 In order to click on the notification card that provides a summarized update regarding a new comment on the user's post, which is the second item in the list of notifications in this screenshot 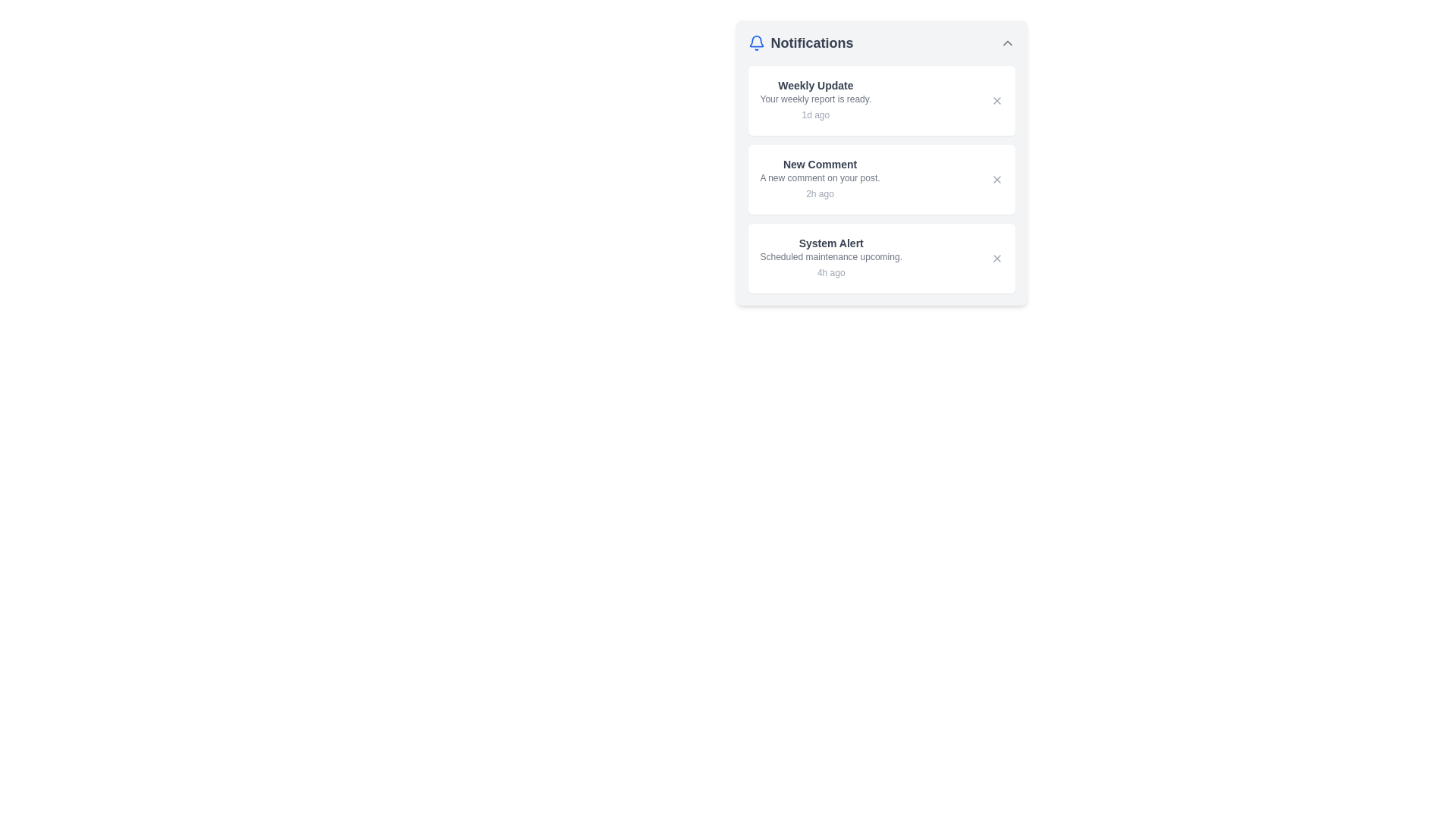, I will do `click(881, 163)`.